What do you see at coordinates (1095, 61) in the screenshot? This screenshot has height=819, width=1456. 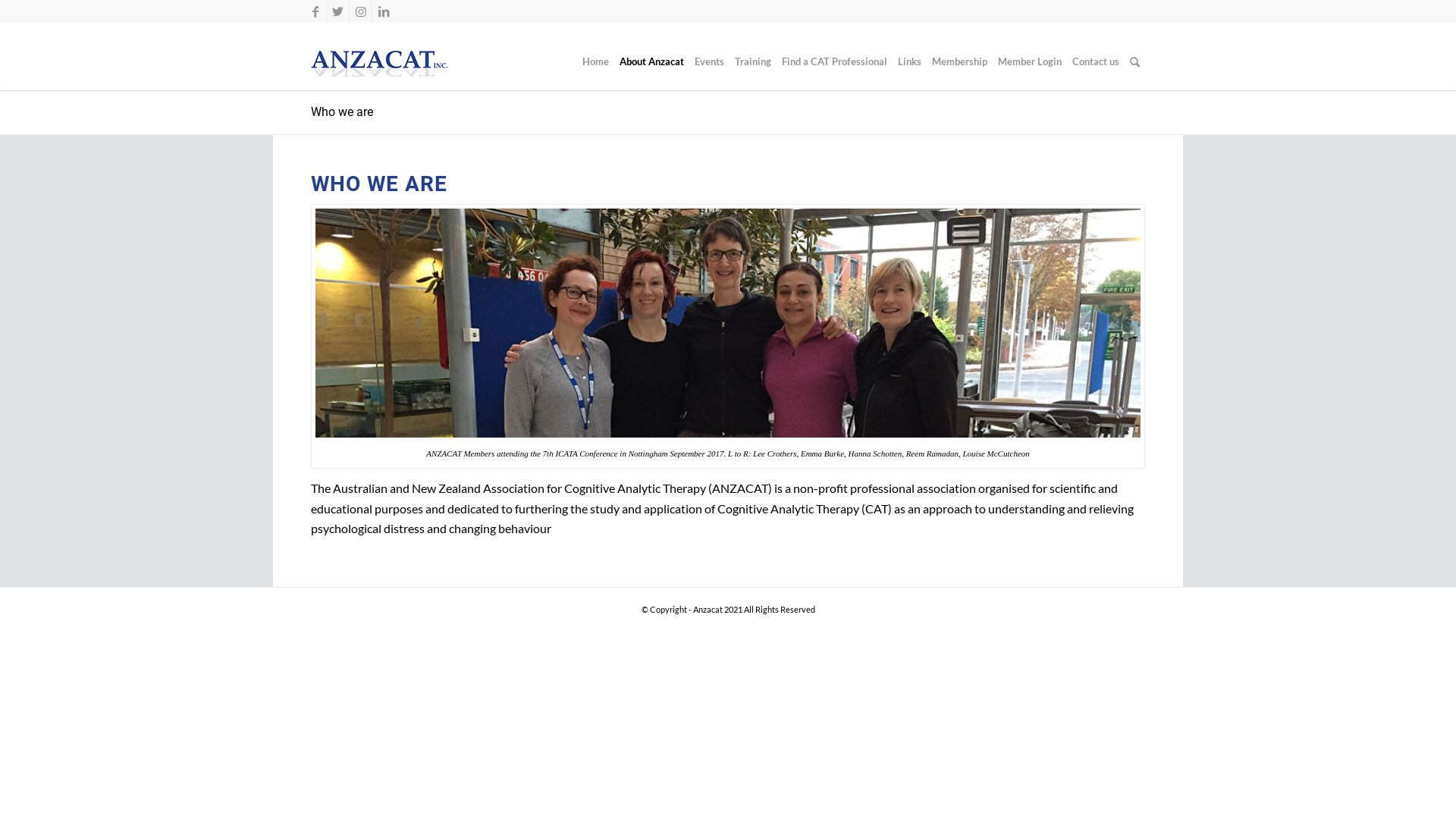 I see `'Contact us'` at bounding box center [1095, 61].